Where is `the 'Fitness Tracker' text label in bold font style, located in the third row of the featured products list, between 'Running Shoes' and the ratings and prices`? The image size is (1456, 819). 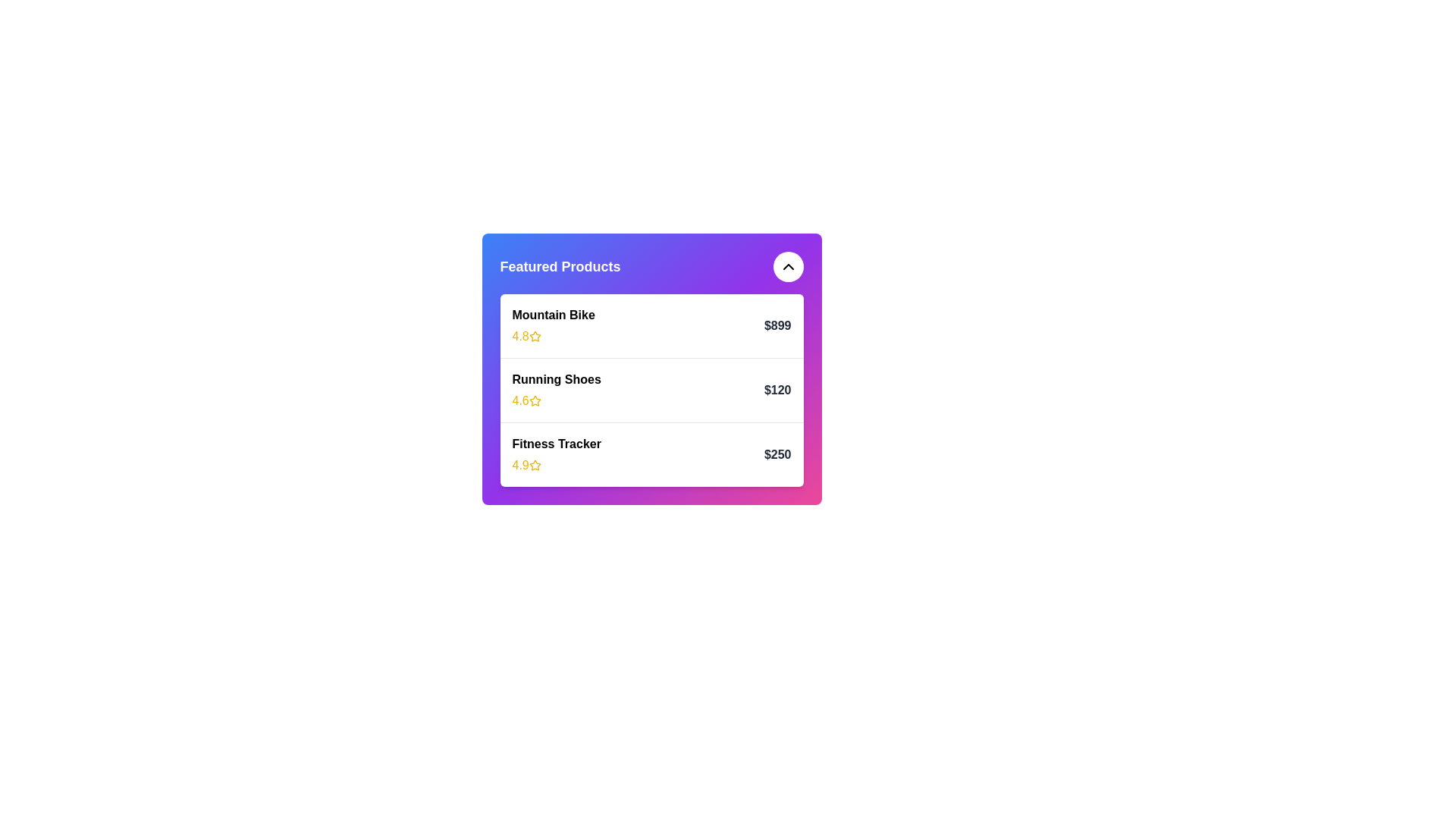 the 'Fitness Tracker' text label in bold font style, located in the third row of the featured products list, between 'Running Shoes' and the ratings and prices is located at coordinates (556, 444).